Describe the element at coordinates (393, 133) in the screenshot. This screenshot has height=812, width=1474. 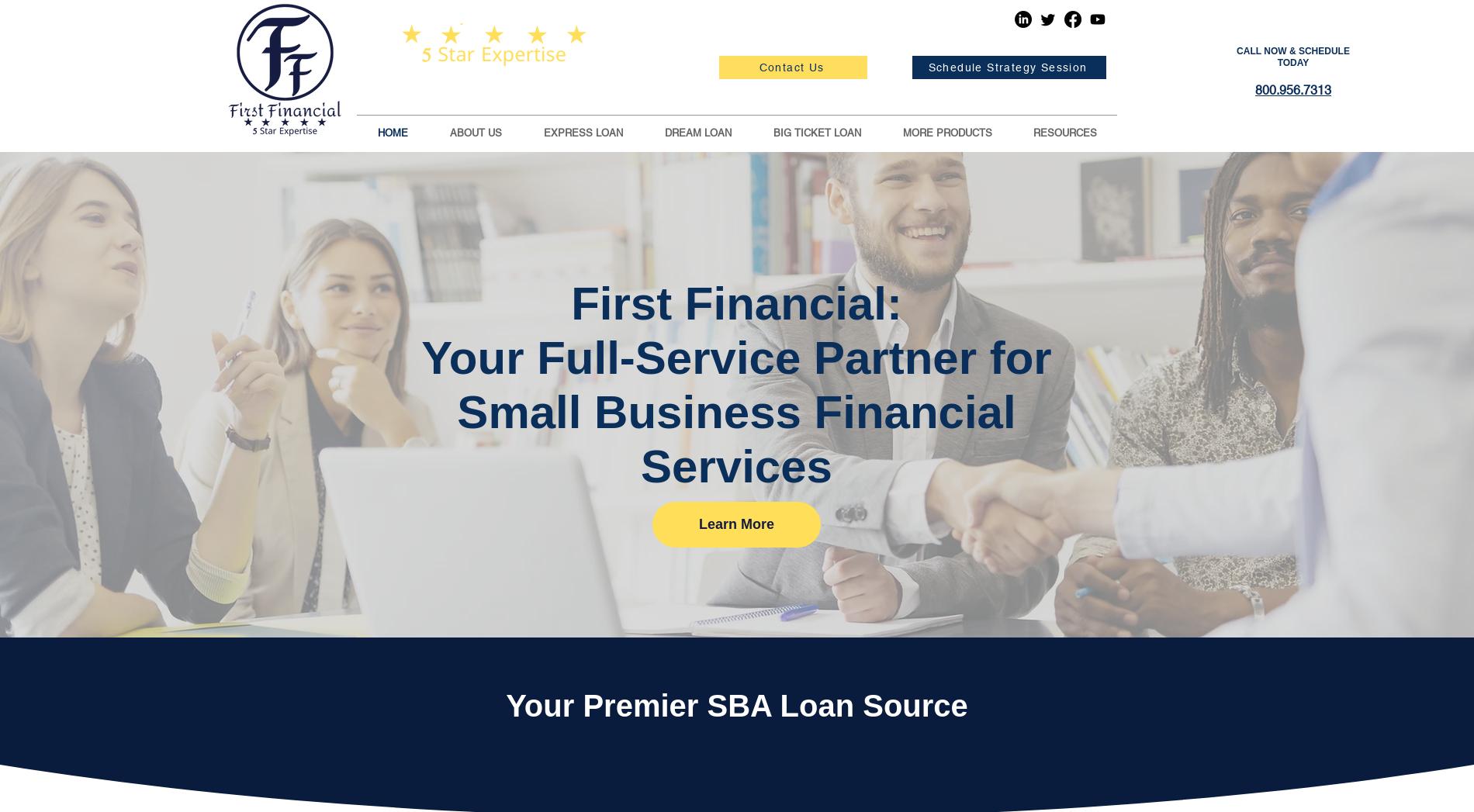
I see `'HOME'` at that location.